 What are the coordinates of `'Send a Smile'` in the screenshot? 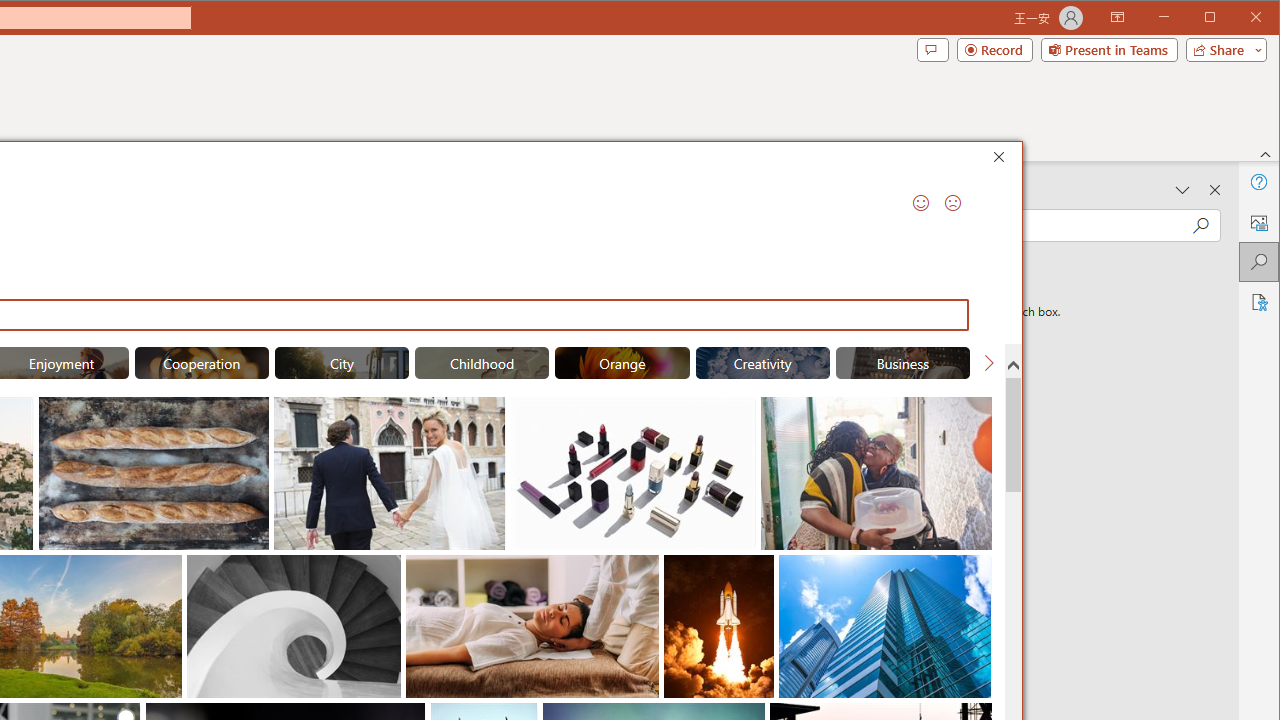 It's located at (919, 203).